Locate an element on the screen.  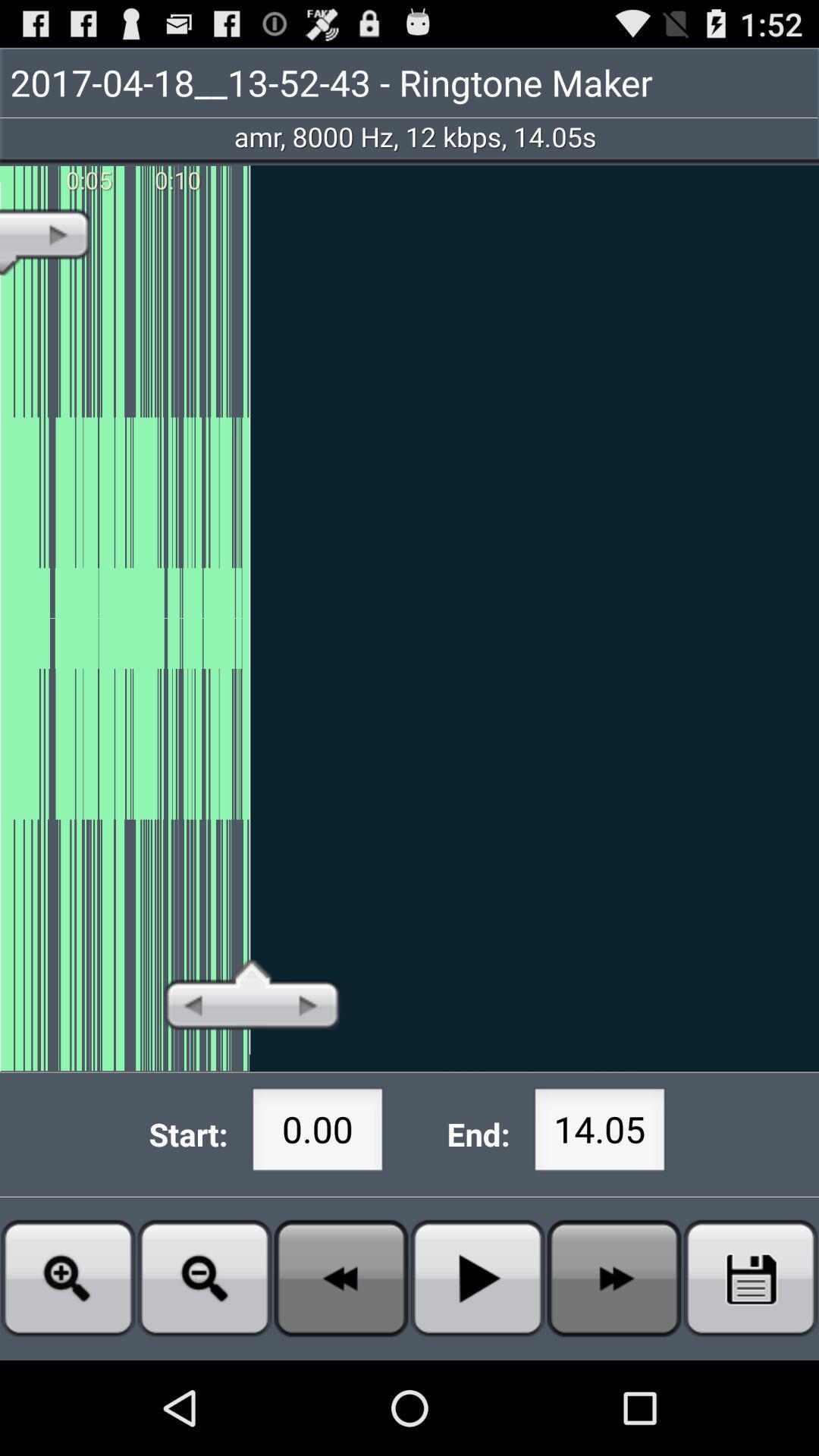
save is located at coordinates (751, 1277).